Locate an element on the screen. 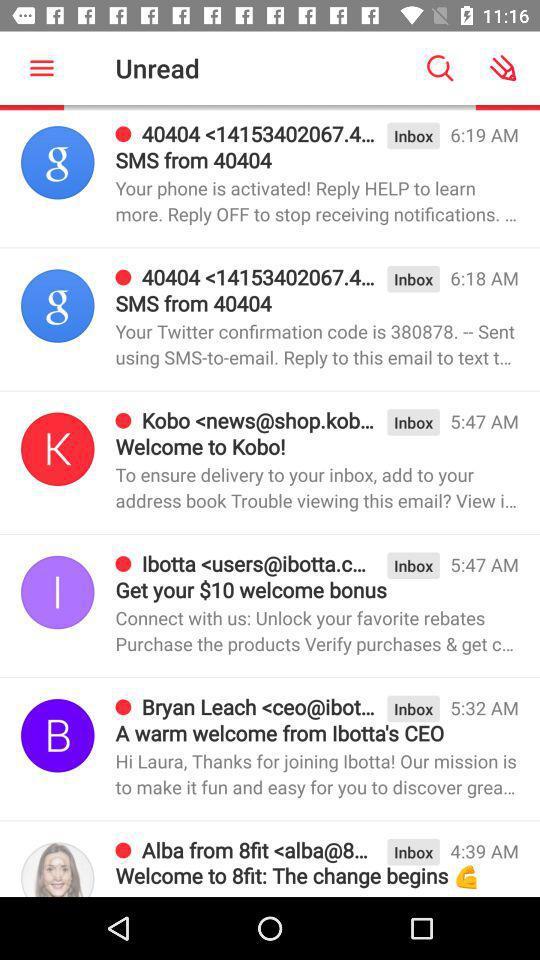 The width and height of the screenshot is (540, 960). the avatar icon is located at coordinates (57, 868).